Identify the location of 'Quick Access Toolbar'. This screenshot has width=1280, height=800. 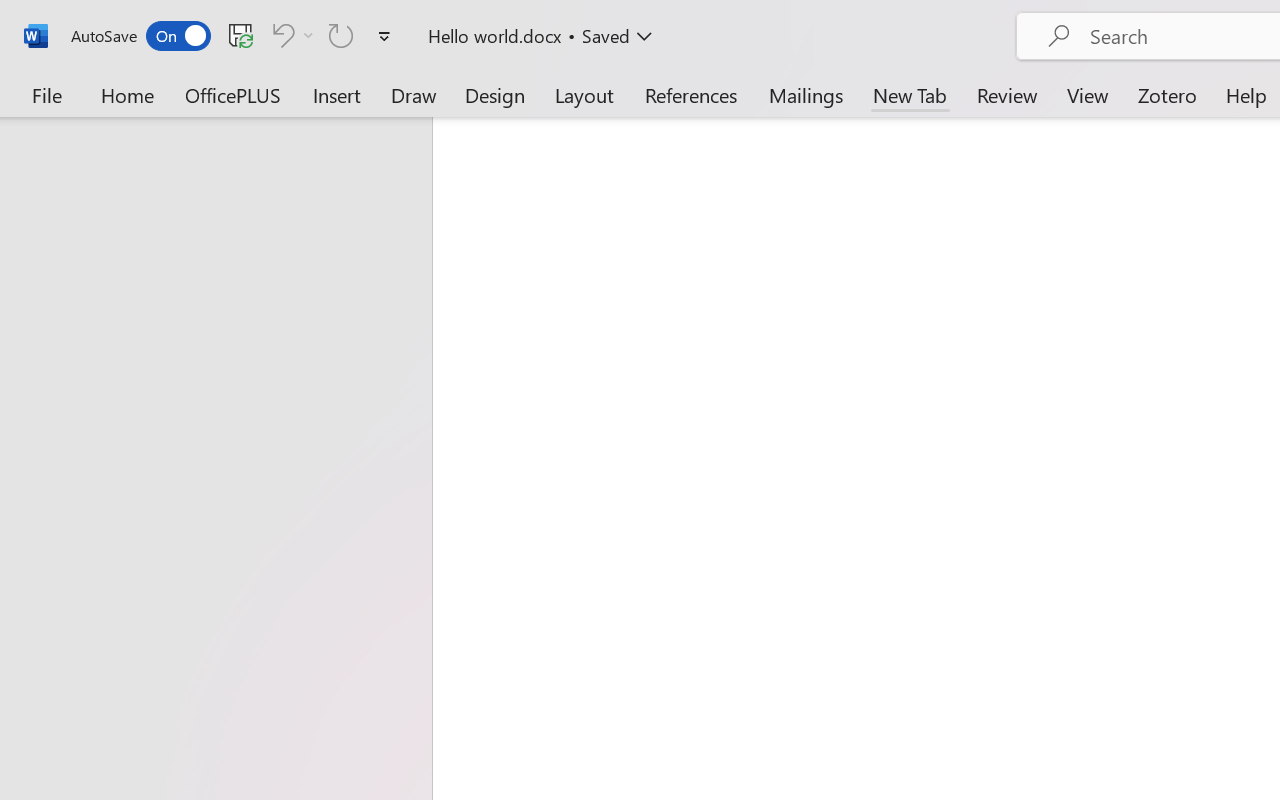
(234, 35).